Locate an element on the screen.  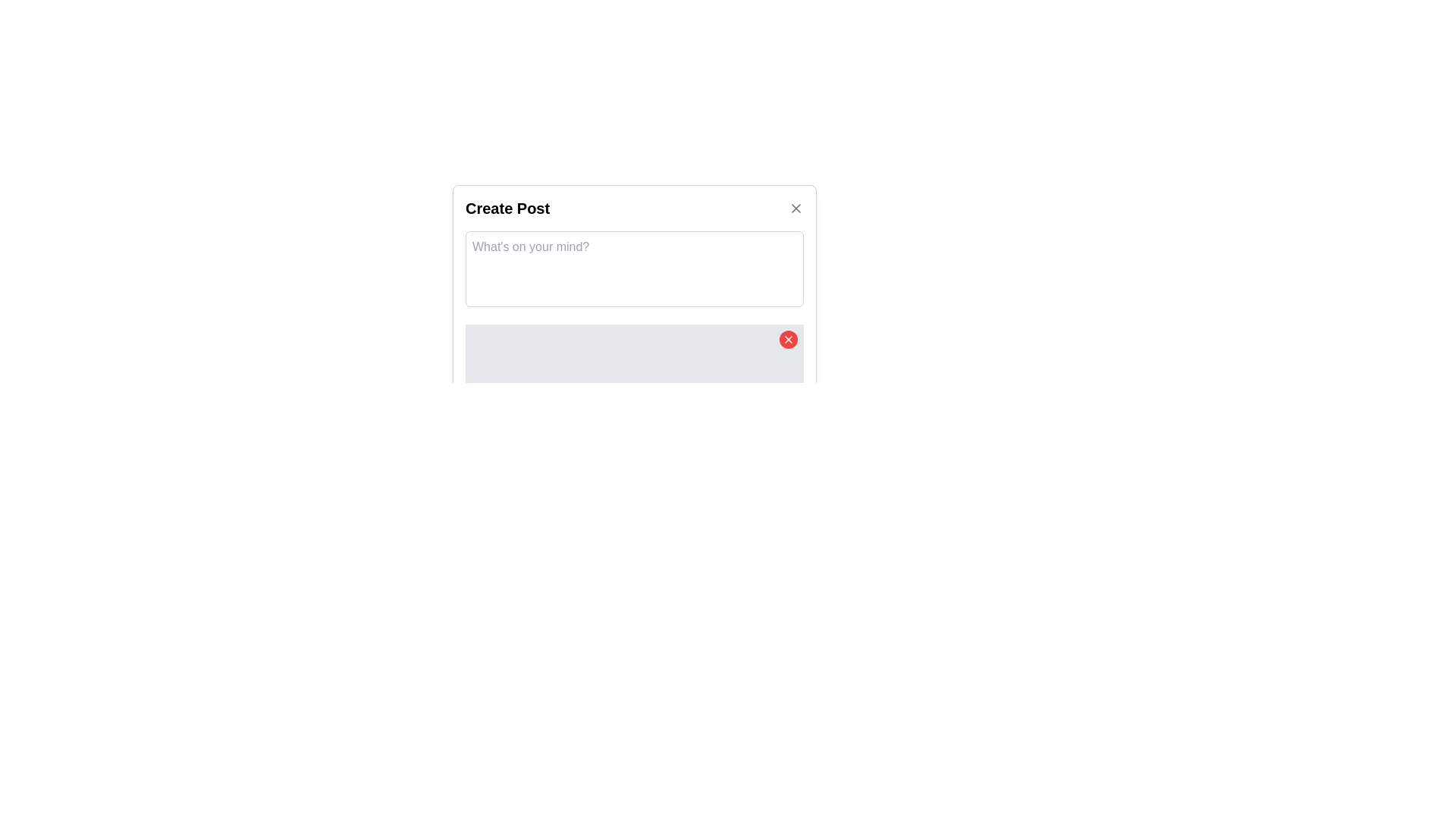
the button located in the bottom-right corner of the gray rectangular section below the 'What's on your mind?' text box is located at coordinates (789, 338).